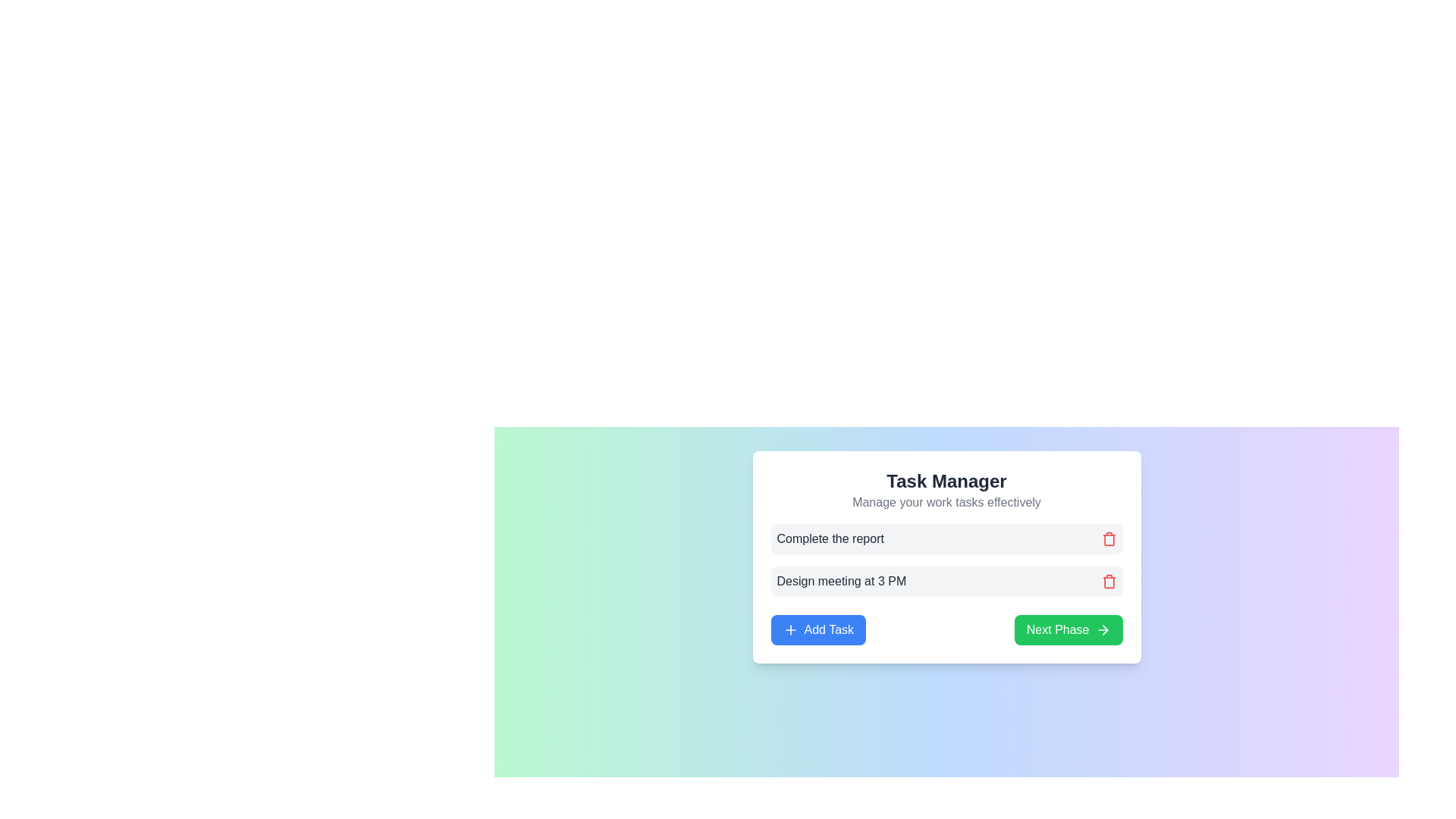 The width and height of the screenshot is (1456, 819). What do you see at coordinates (946, 560) in the screenshot?
I see `the red trash icon in the Task List` at bounding box center [946, 560].